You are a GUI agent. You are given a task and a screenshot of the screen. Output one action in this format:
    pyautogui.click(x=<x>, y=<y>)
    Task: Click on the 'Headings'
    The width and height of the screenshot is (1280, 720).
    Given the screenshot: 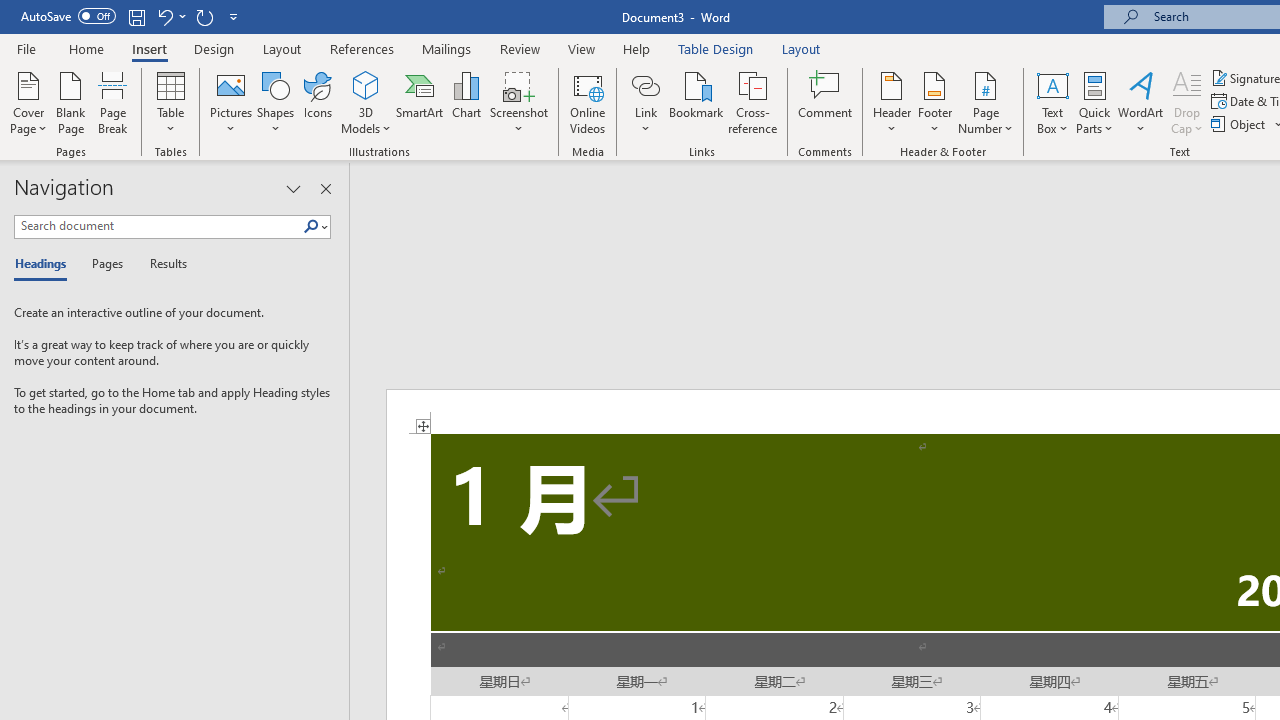 What is the action you would take?
    pyautogui.click(x=45, y=264)
    